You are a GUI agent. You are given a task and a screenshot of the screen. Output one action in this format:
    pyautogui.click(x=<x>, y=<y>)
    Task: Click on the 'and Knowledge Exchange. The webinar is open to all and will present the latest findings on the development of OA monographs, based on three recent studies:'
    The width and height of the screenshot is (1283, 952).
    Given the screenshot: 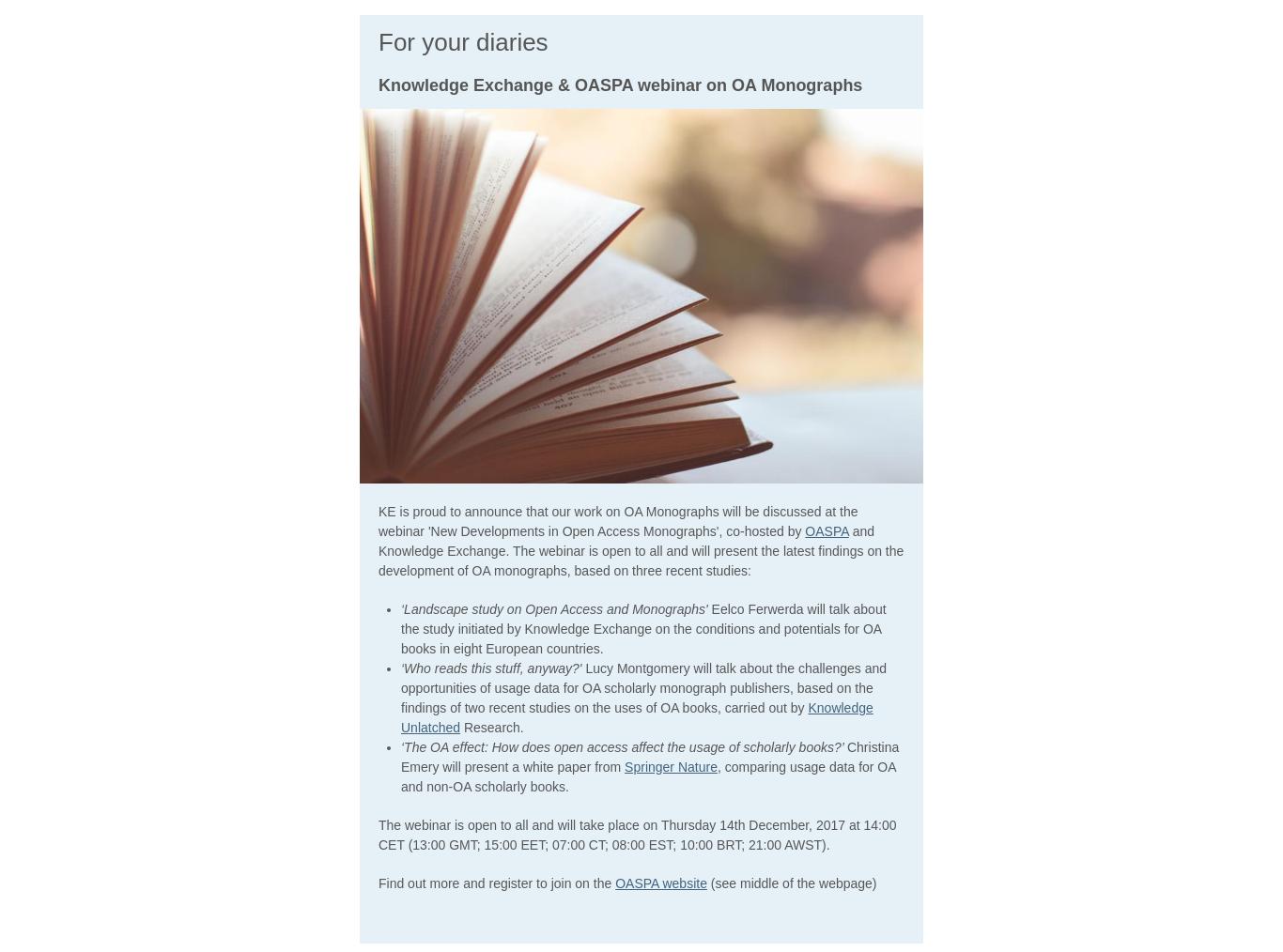 What is the action you would take?
    pyautogui.click(x=640, y=548)
    